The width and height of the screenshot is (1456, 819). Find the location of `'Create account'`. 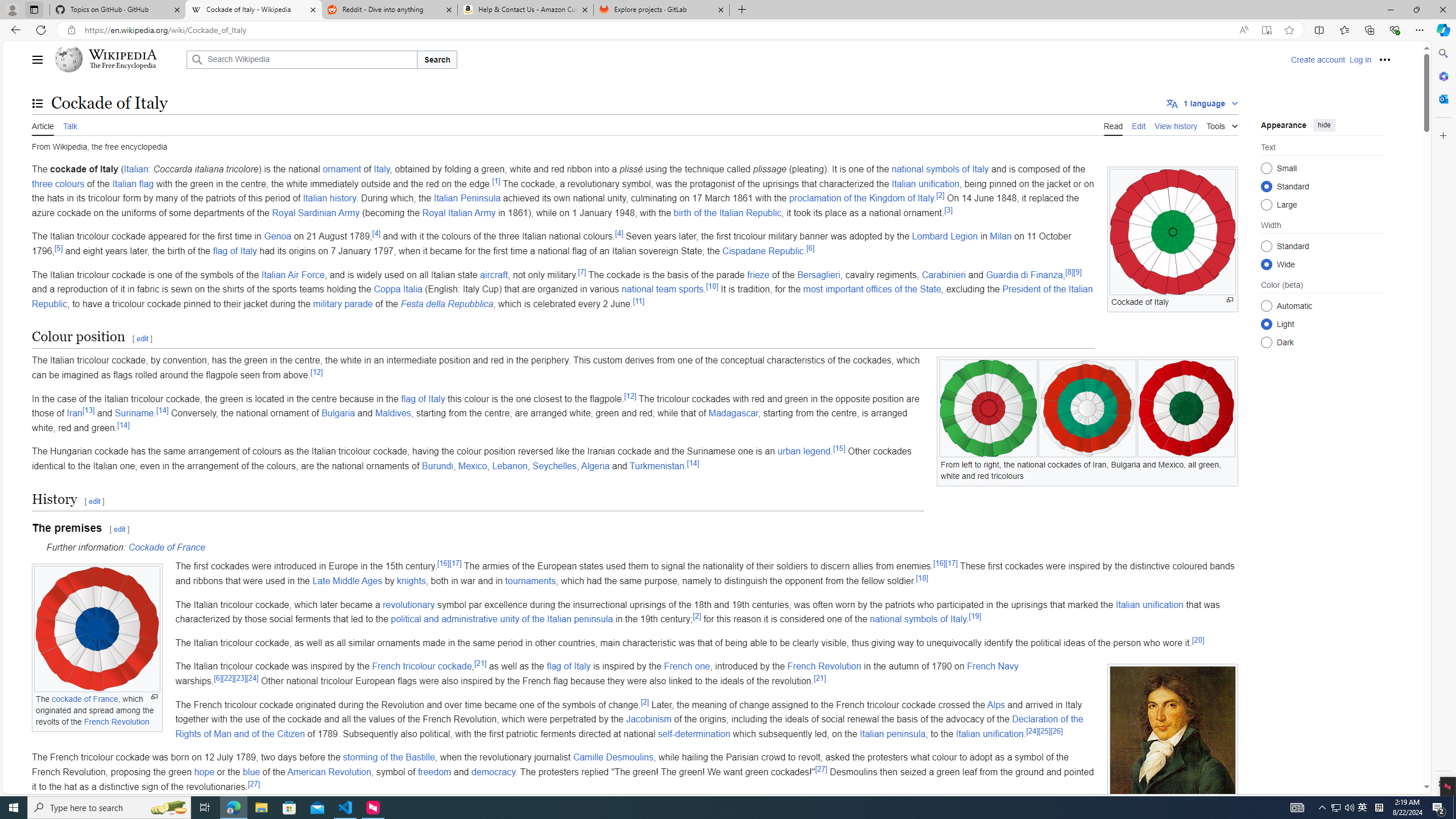

'Create account' is located at coordinates (1317, 59).